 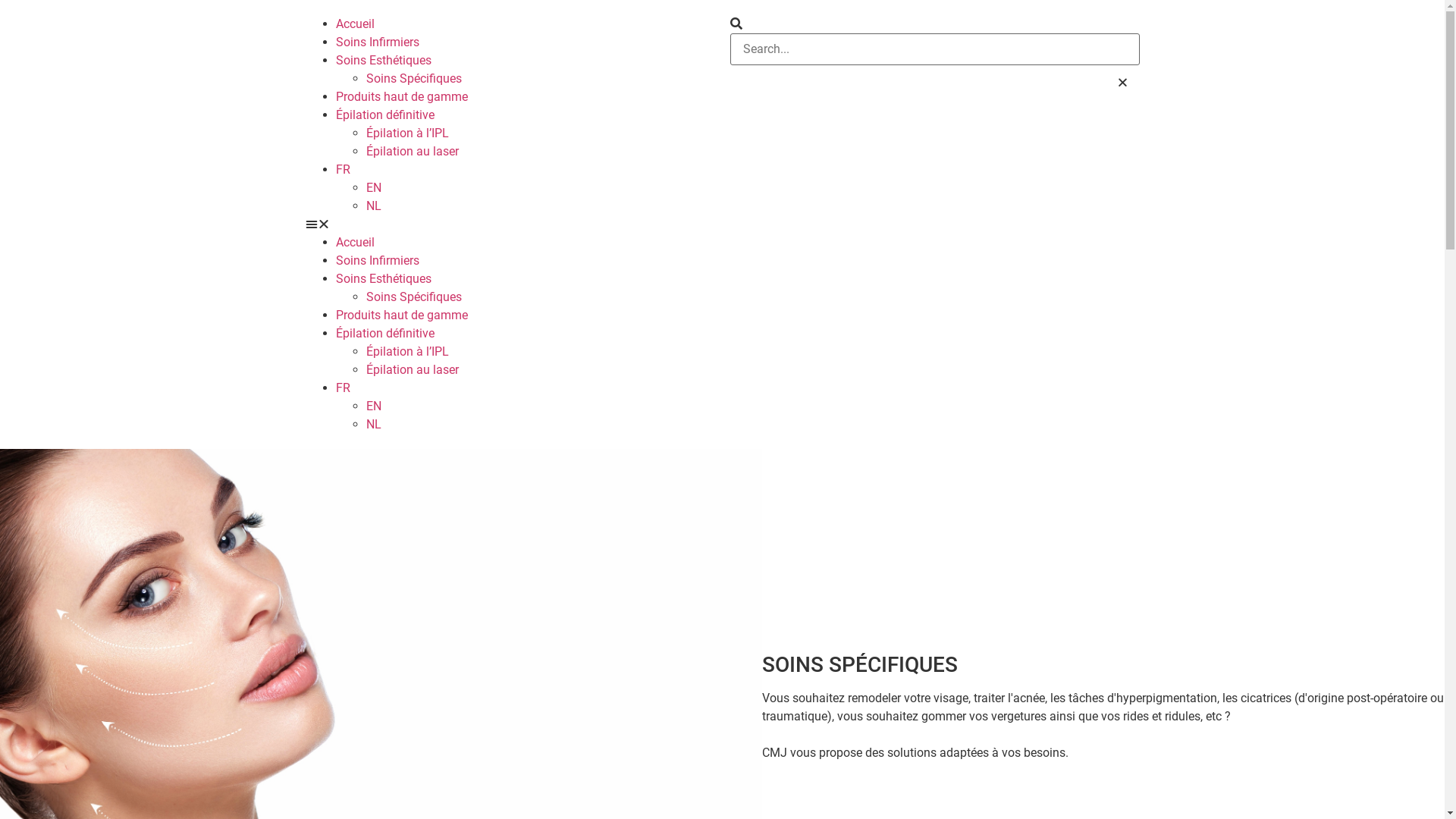 What do you see at coordinates (353, 241) in the screenshot?
I see `'Accueil'` at bounding box center [353, 241].